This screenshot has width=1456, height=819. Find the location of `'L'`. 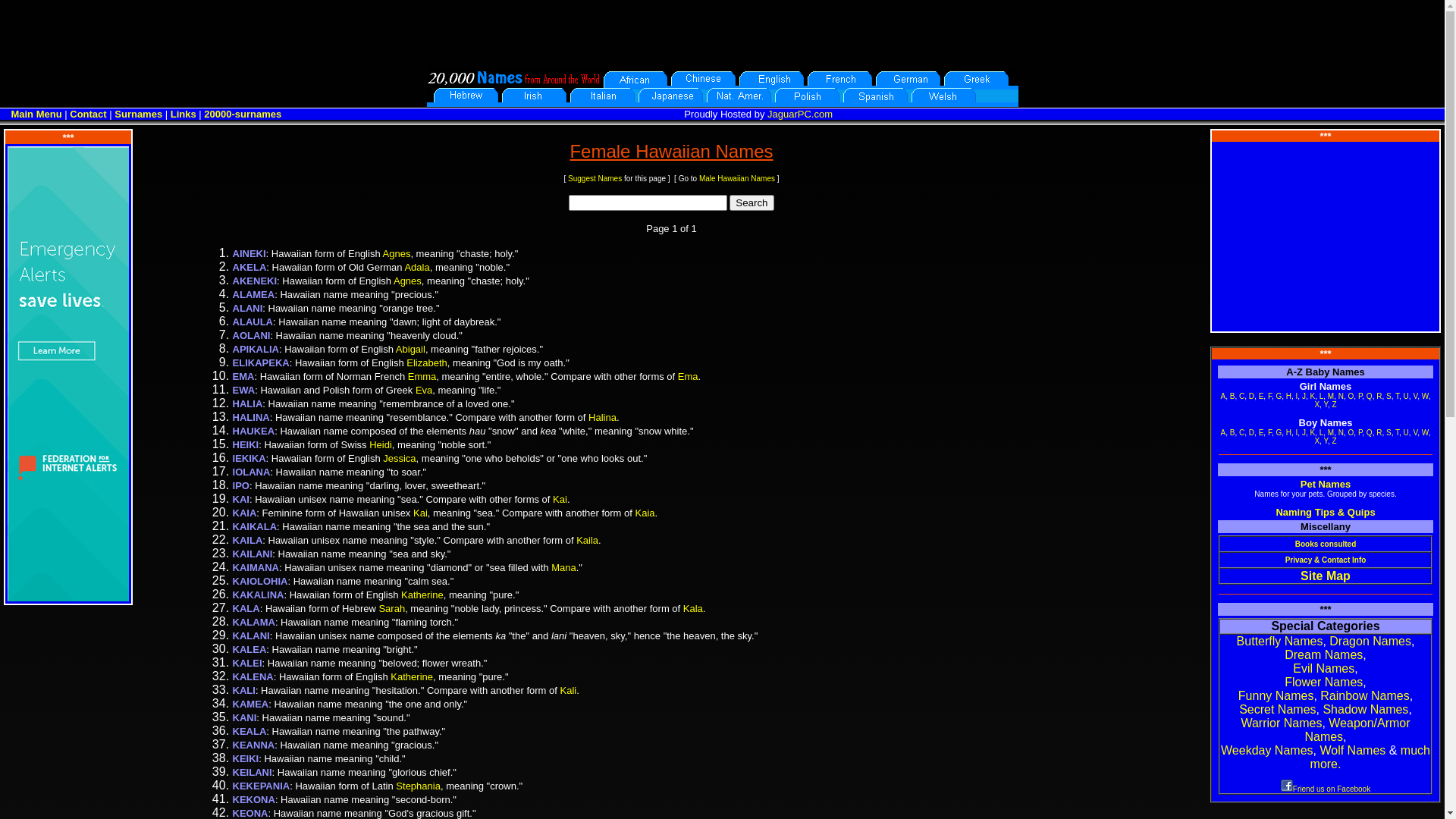

'L' is located at coordinates (1320, 395).